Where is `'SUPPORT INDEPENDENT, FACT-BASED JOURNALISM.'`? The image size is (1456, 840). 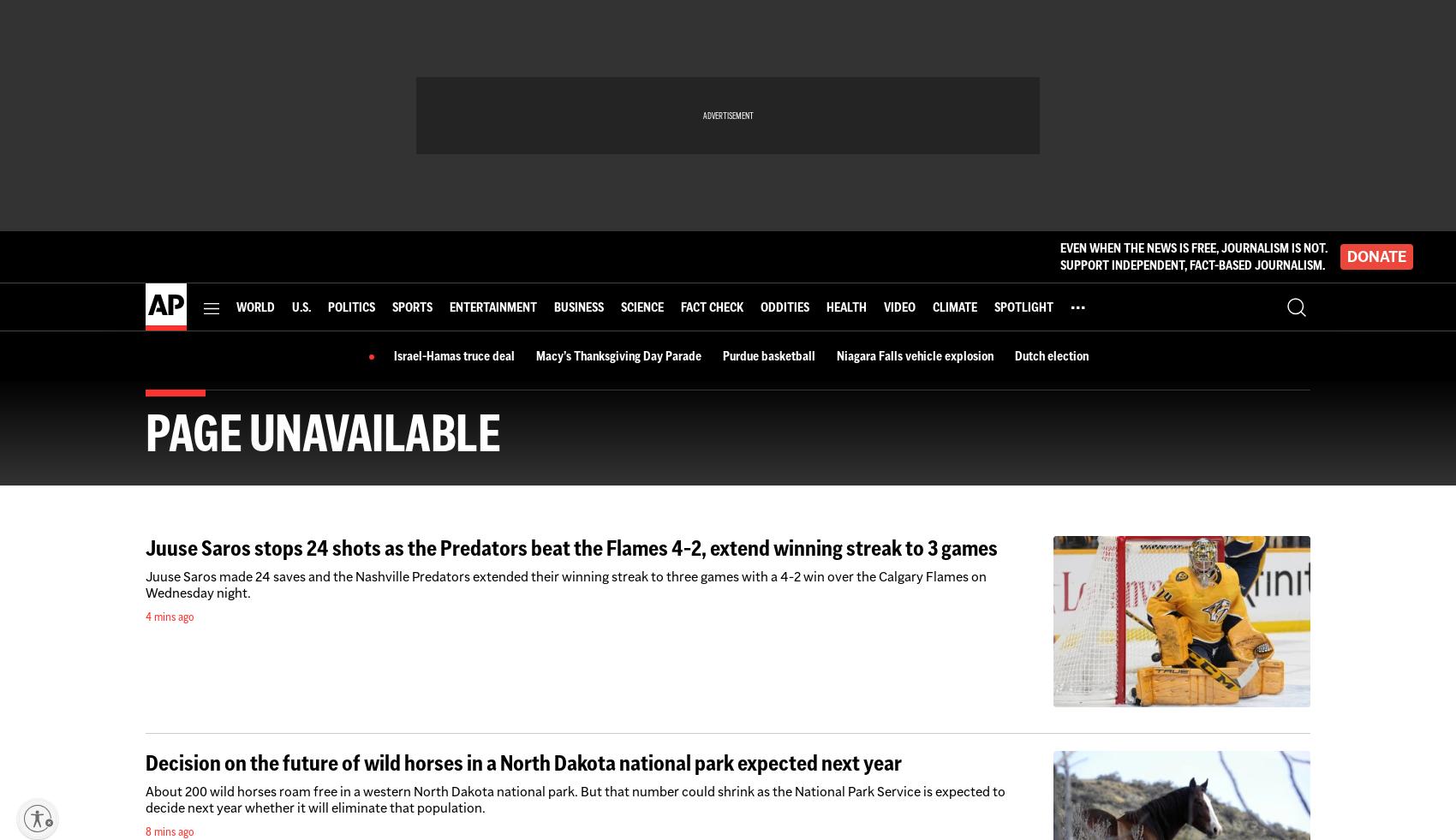
'SUPPORT INDEPENDENT, FACT-BASED JOURNALISM.' is located at coordinates (1059, 264).